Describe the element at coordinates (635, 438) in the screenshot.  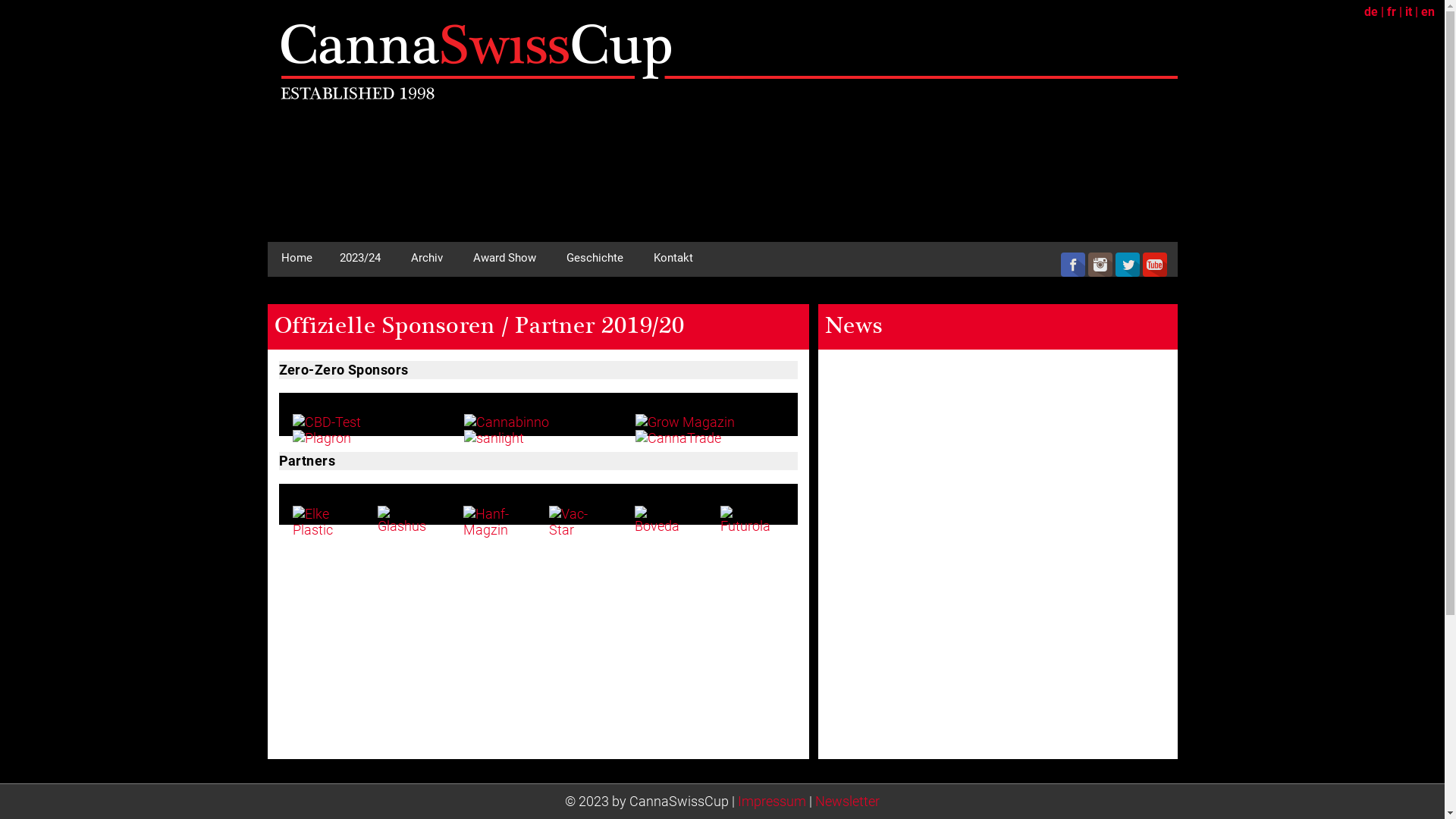
I see `'CannaTrade'` at that location.